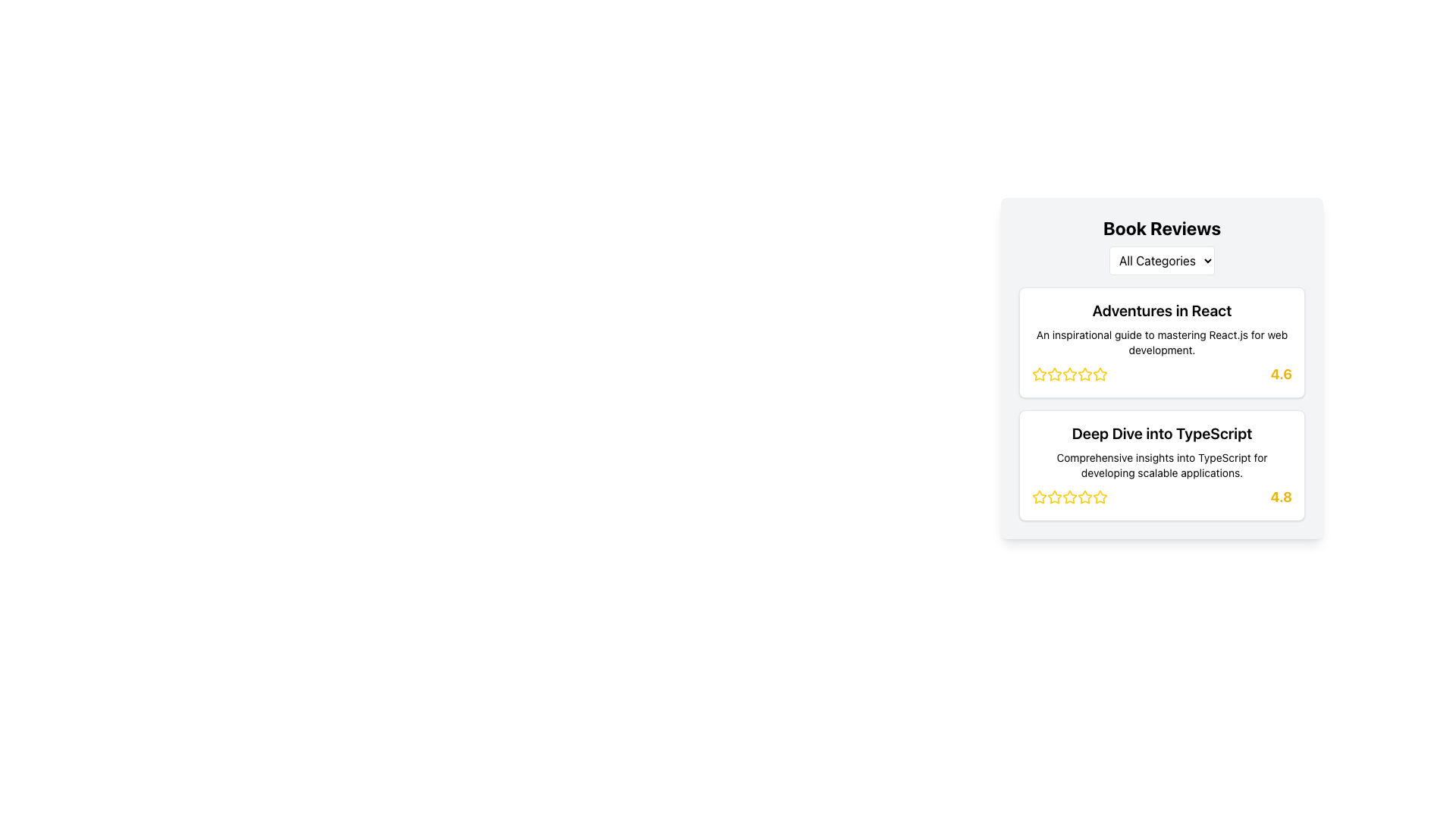 Image resolution: width=1456 pixels, height=819 pixels. I want to click on the fourth star in the rating bar of the 'Adventures in React' book review, so click(1069, 374).